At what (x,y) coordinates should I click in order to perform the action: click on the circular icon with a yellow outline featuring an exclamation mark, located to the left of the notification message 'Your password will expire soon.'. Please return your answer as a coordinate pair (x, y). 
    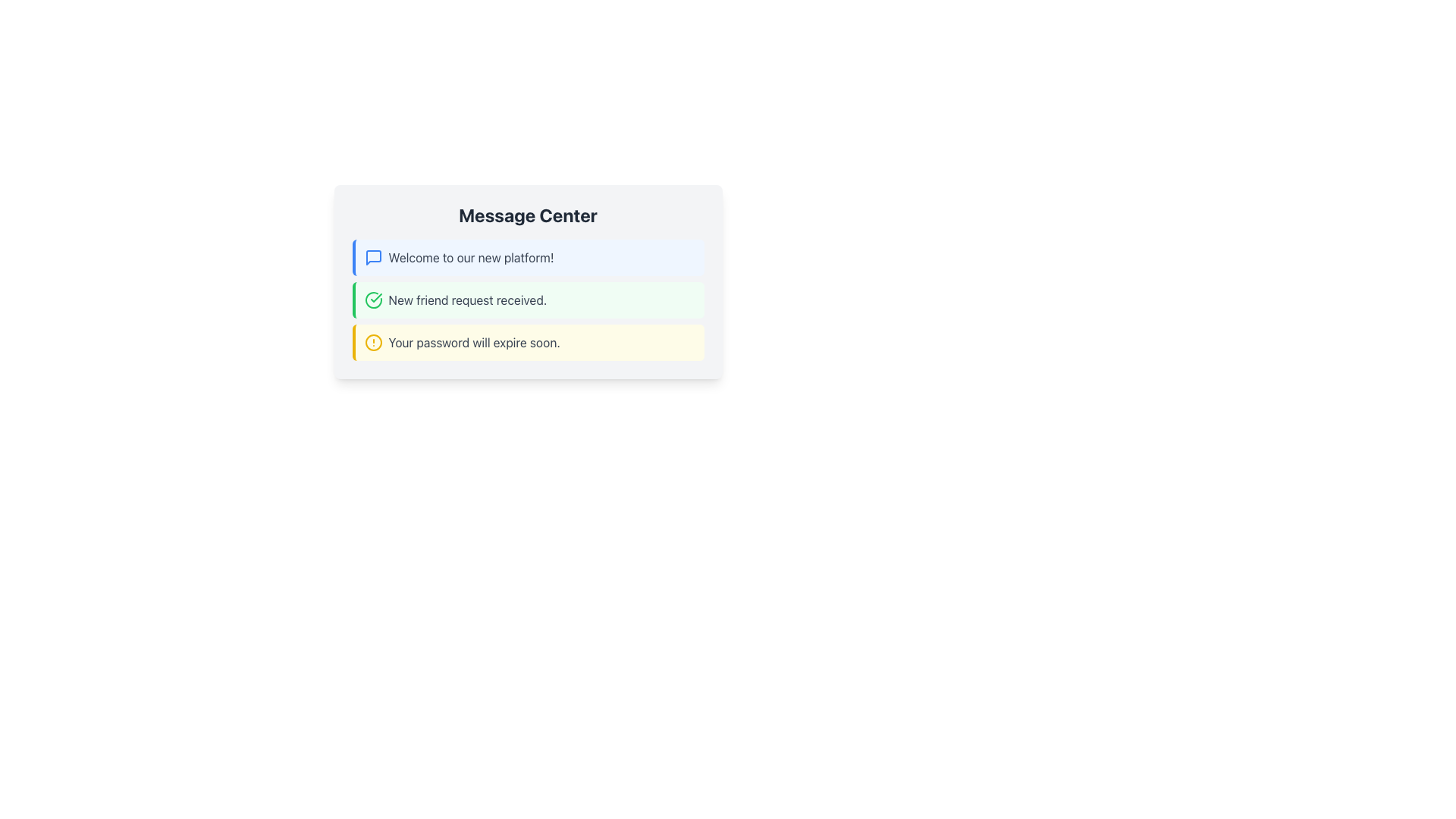
    Looking at the image, I should click on (373, 342).